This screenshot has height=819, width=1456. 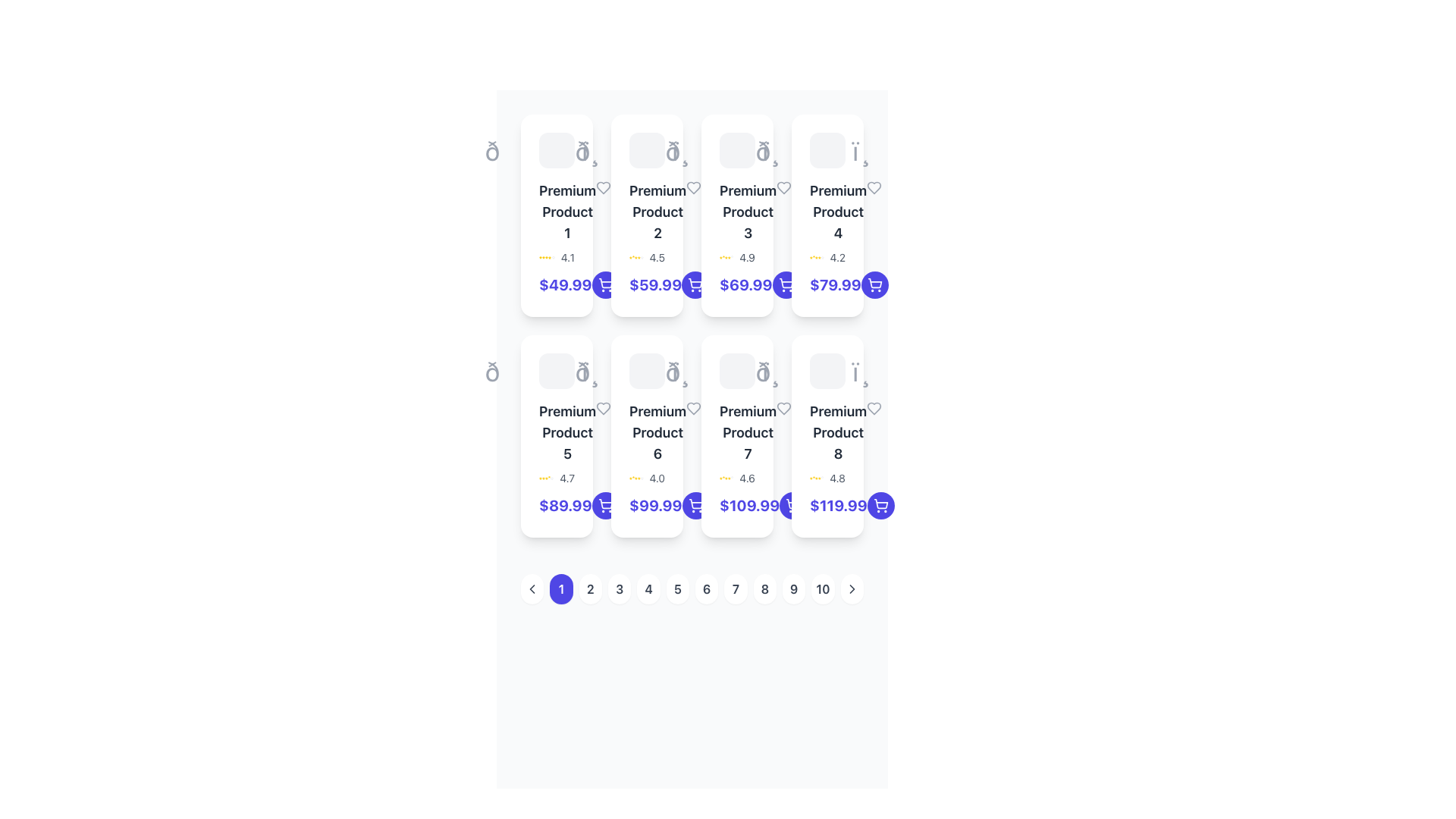 I want to click on the stars in the rating display of 'Premium Product 1' to interact with the ratings, so click(x=556, y=256).